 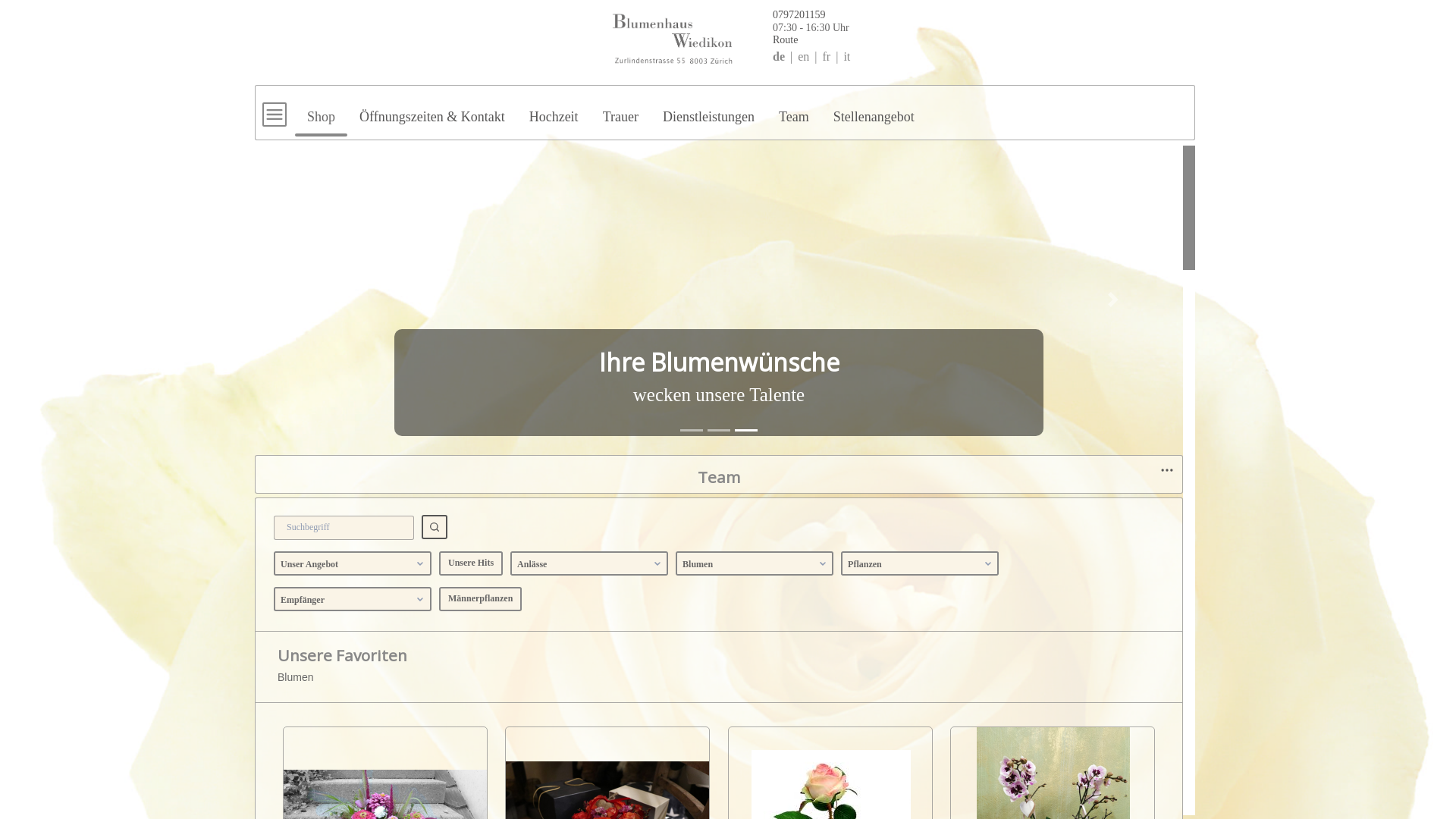 I want to click on 'Route', so click(x=719, y=38).